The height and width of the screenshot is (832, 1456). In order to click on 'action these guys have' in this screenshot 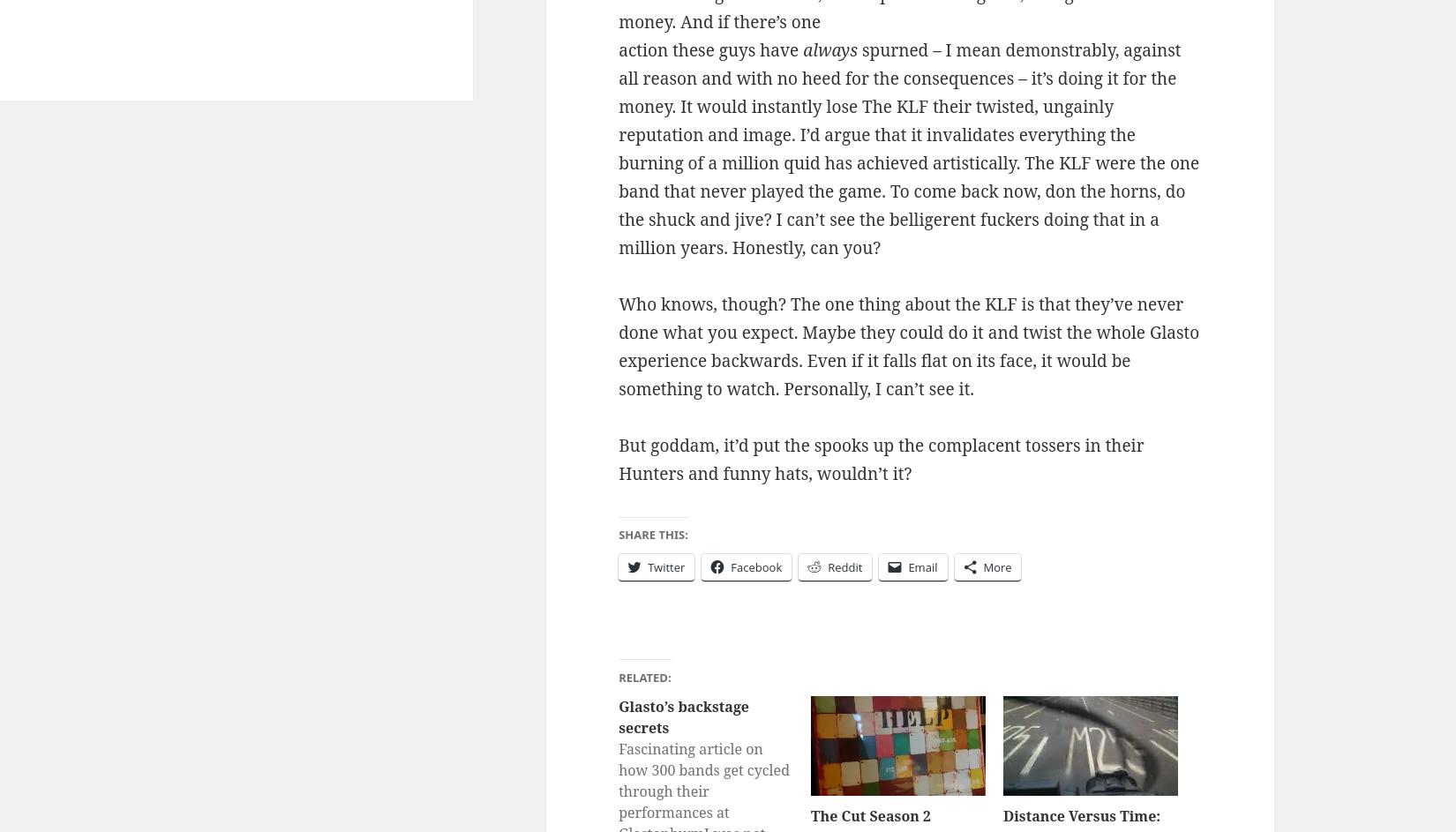, I will do `click(709, 49)`.